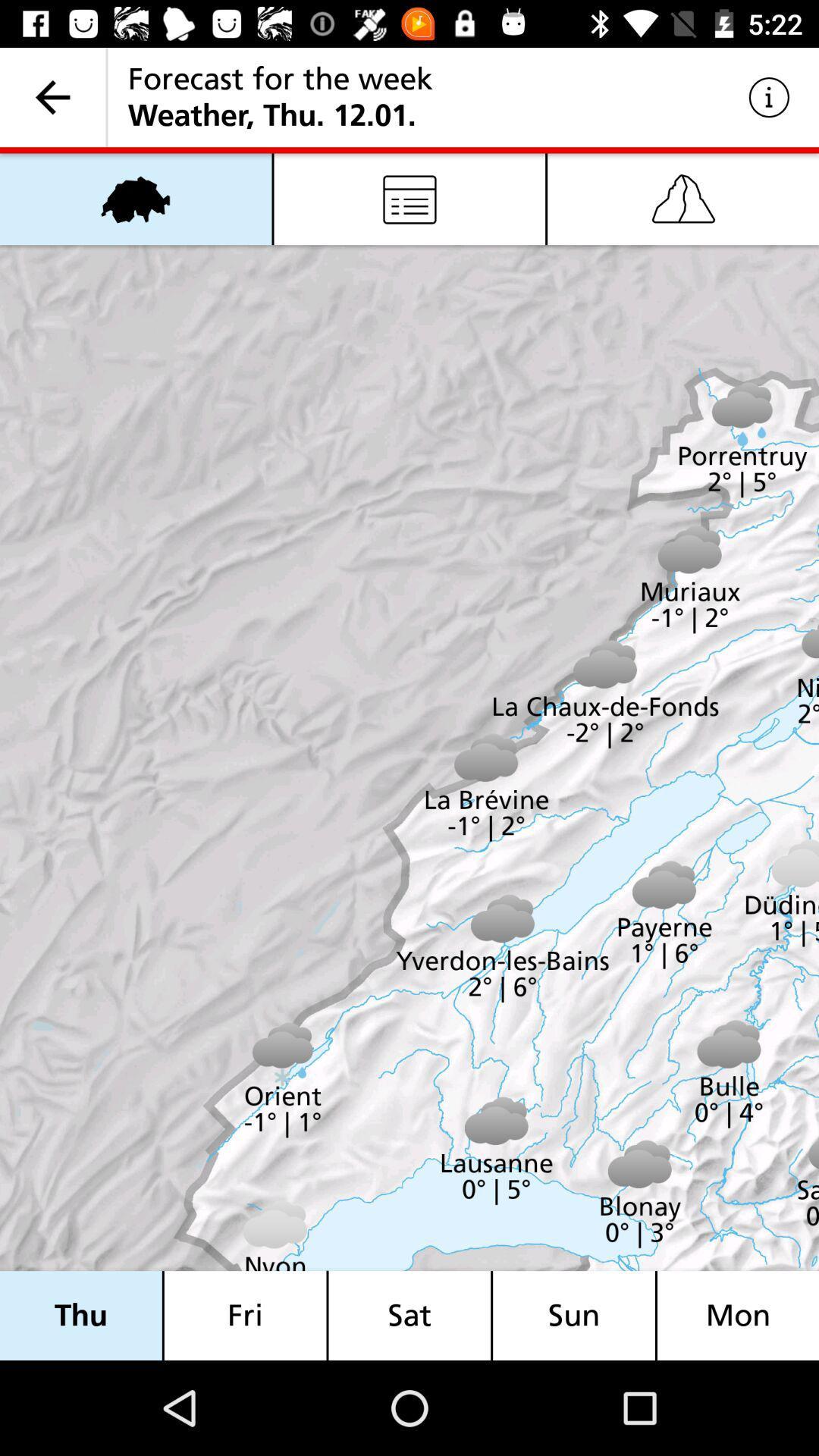 Image resolution: width=819 pixels, height=1456 pixels. Describe the element at coordinates (574, 1315) in the screenshot. I see `item next to the sat` at that location.